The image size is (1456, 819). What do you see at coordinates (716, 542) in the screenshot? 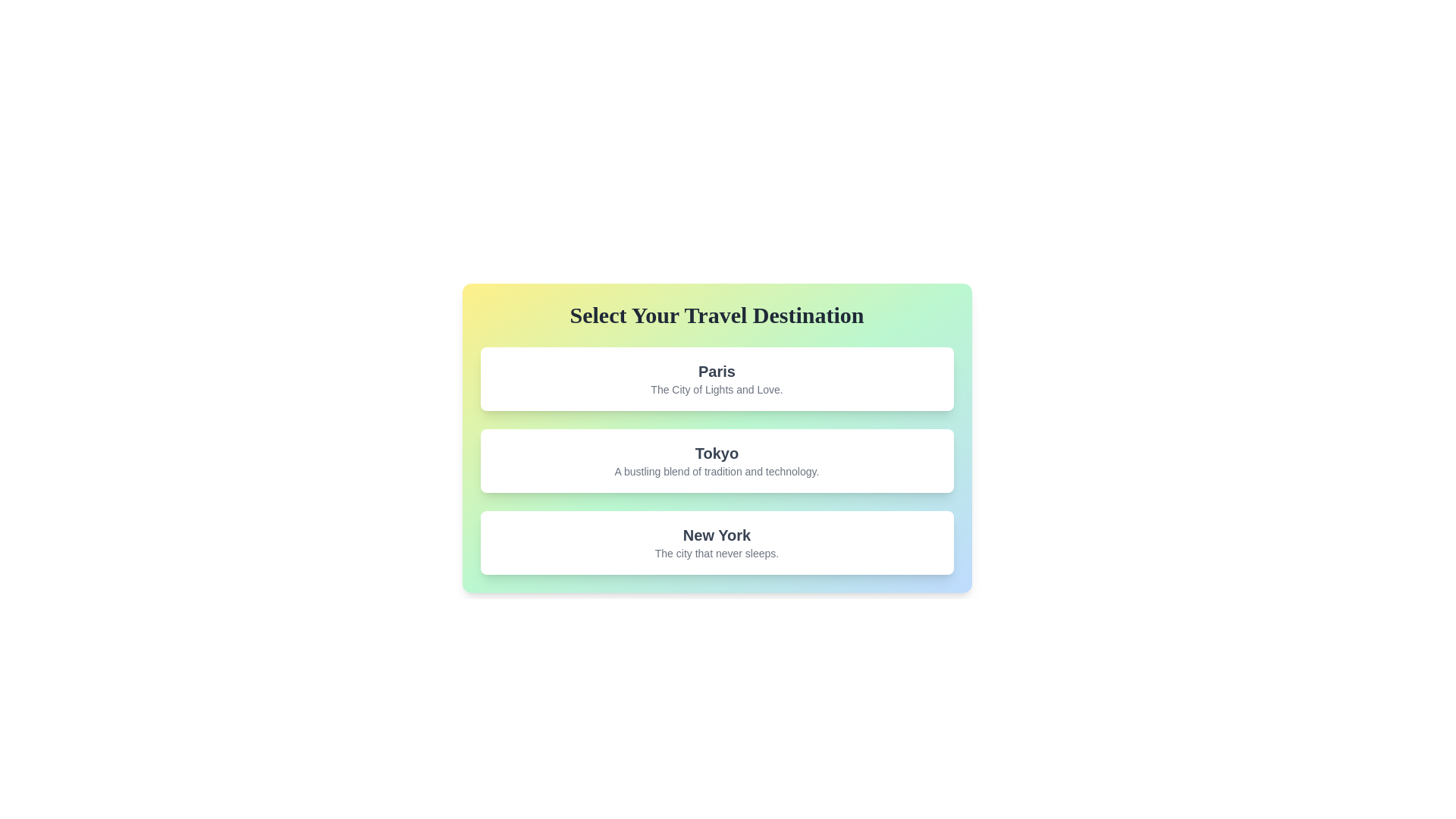
I see `descriptive text 'New York' and 'The city that never sleeps.' from the text content within the card component located at the center of the bottom card in a vertical list of three cards` at bounding box center [716, 542].